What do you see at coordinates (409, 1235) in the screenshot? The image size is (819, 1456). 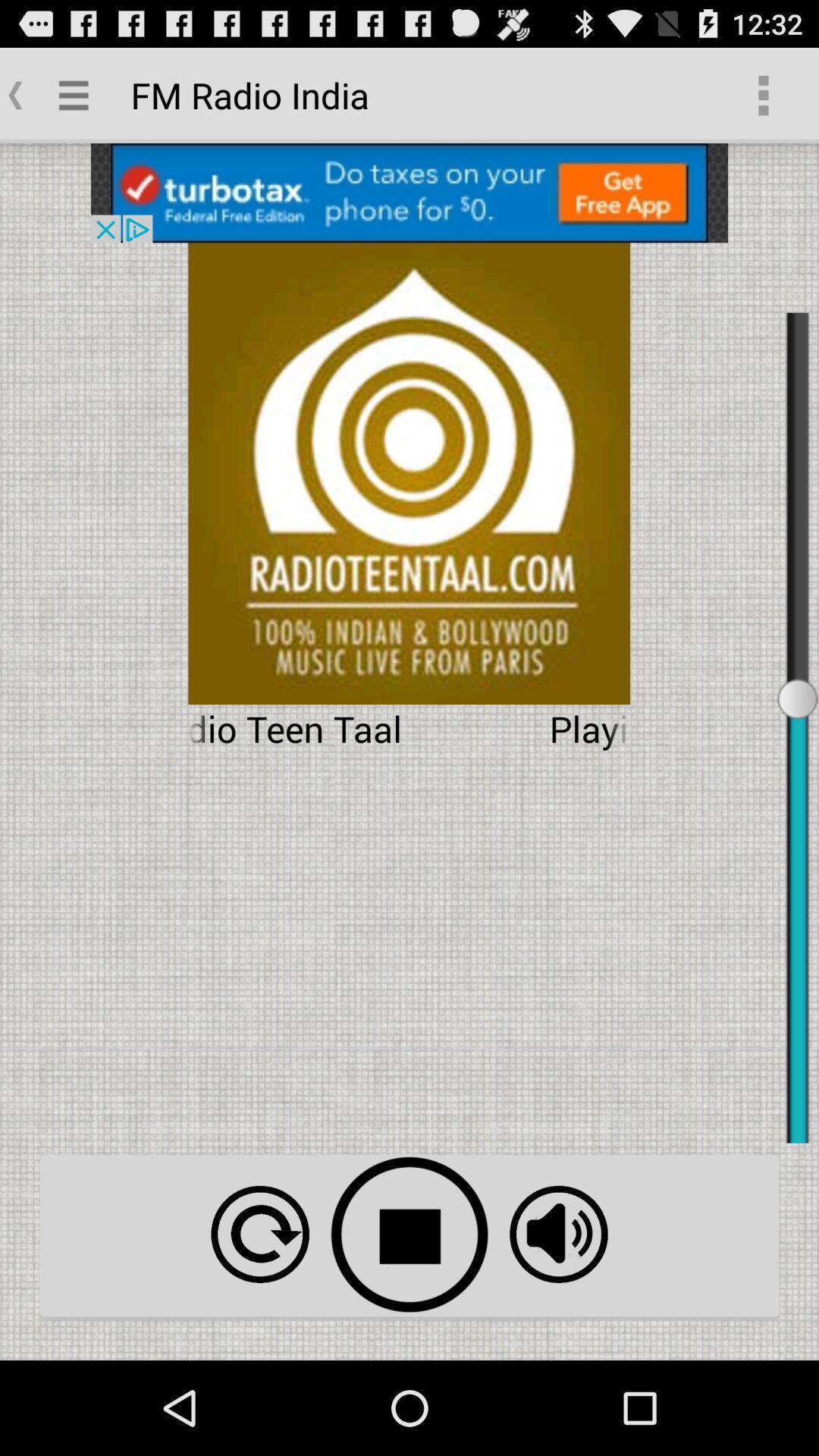 I see `stop option` at bounding box center [409, 1235].